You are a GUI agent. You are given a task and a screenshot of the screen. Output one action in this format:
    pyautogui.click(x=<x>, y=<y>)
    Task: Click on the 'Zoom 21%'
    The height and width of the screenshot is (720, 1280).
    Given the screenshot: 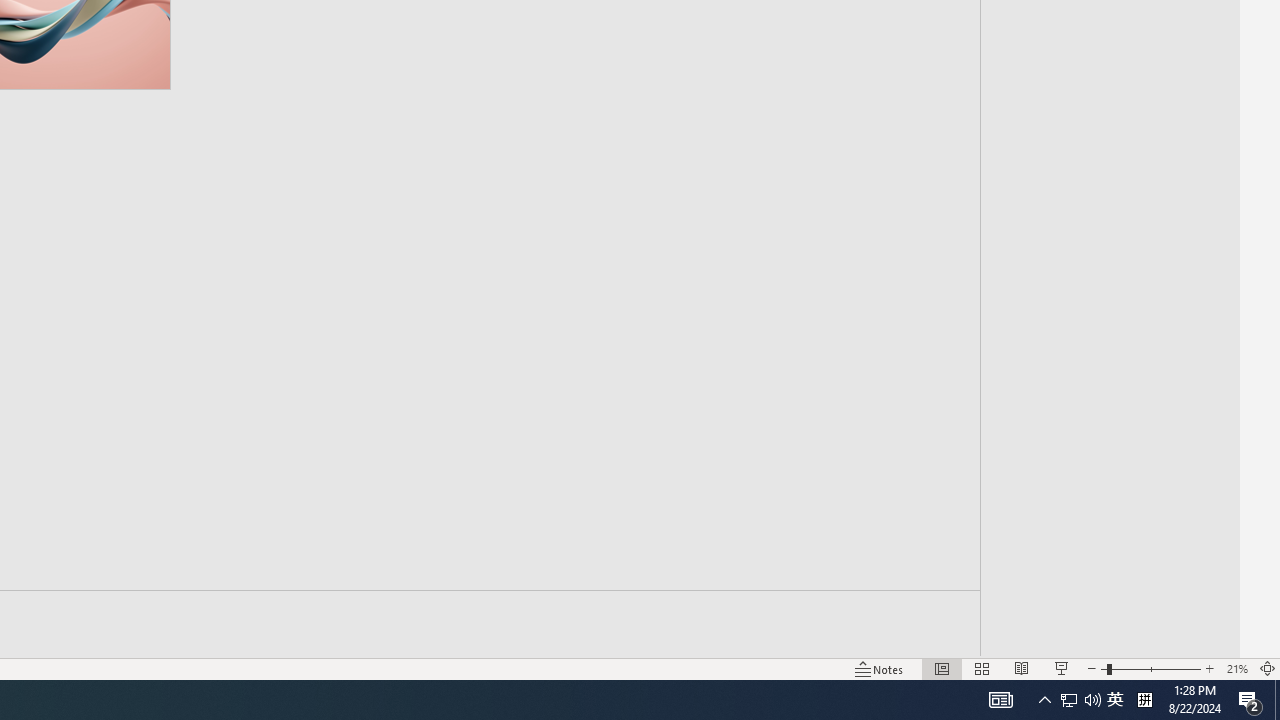 What is the action you would take?
    pyautogui.click(x=1236, y=669)
    